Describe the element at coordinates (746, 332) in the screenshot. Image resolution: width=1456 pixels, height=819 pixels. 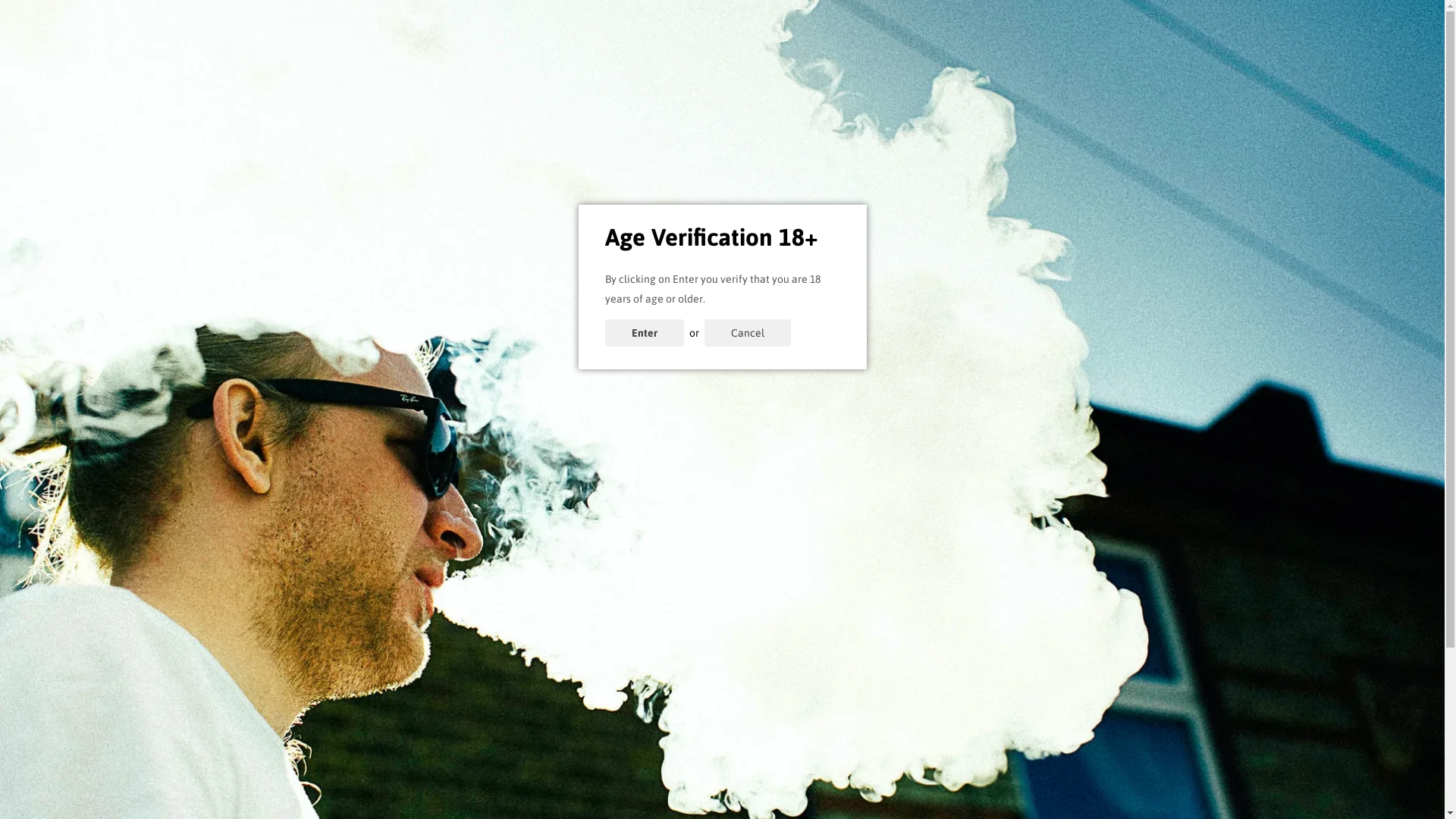
I see `'Cancel'` at that location.